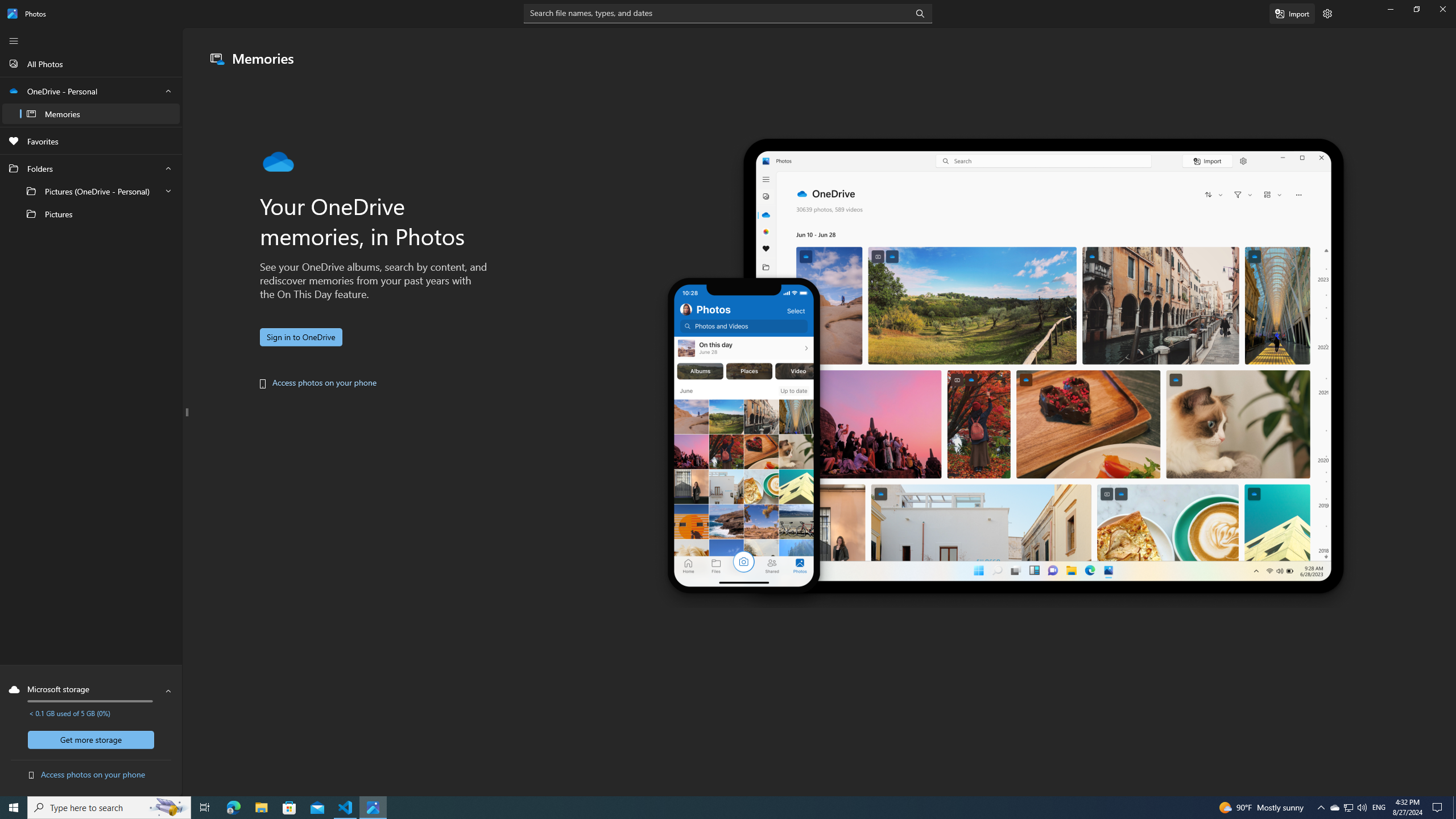 The image size is (1456, 819). I want to click on 'Search file names, types, and dates', so click(728, 13).